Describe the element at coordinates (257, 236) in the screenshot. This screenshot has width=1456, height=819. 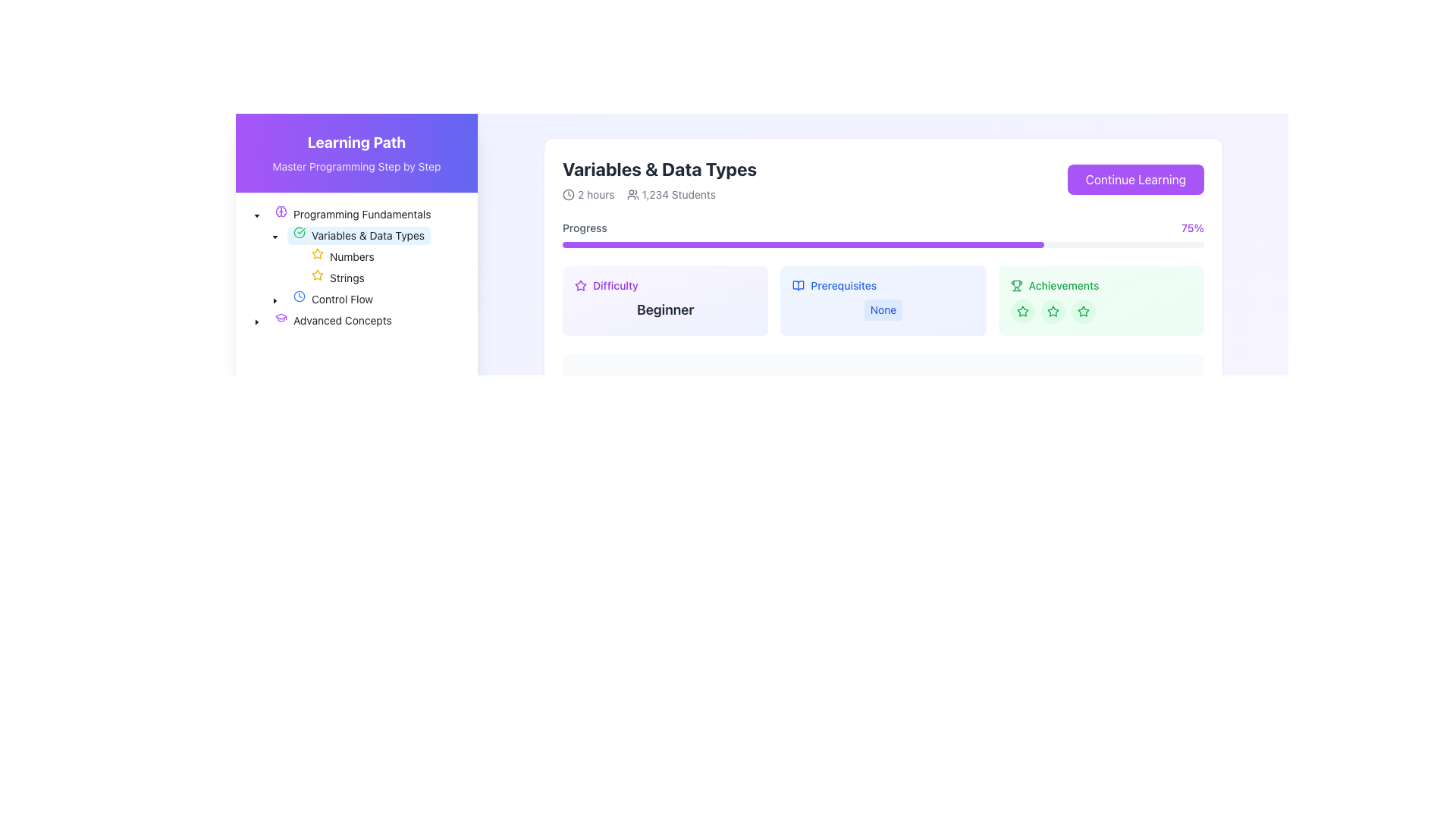
I see `the Indentation placeholder located adjacent to the 'Variables & Data Types' item in the 'Programming Fundamentals' section of the hierarchical tree menu` at that location.